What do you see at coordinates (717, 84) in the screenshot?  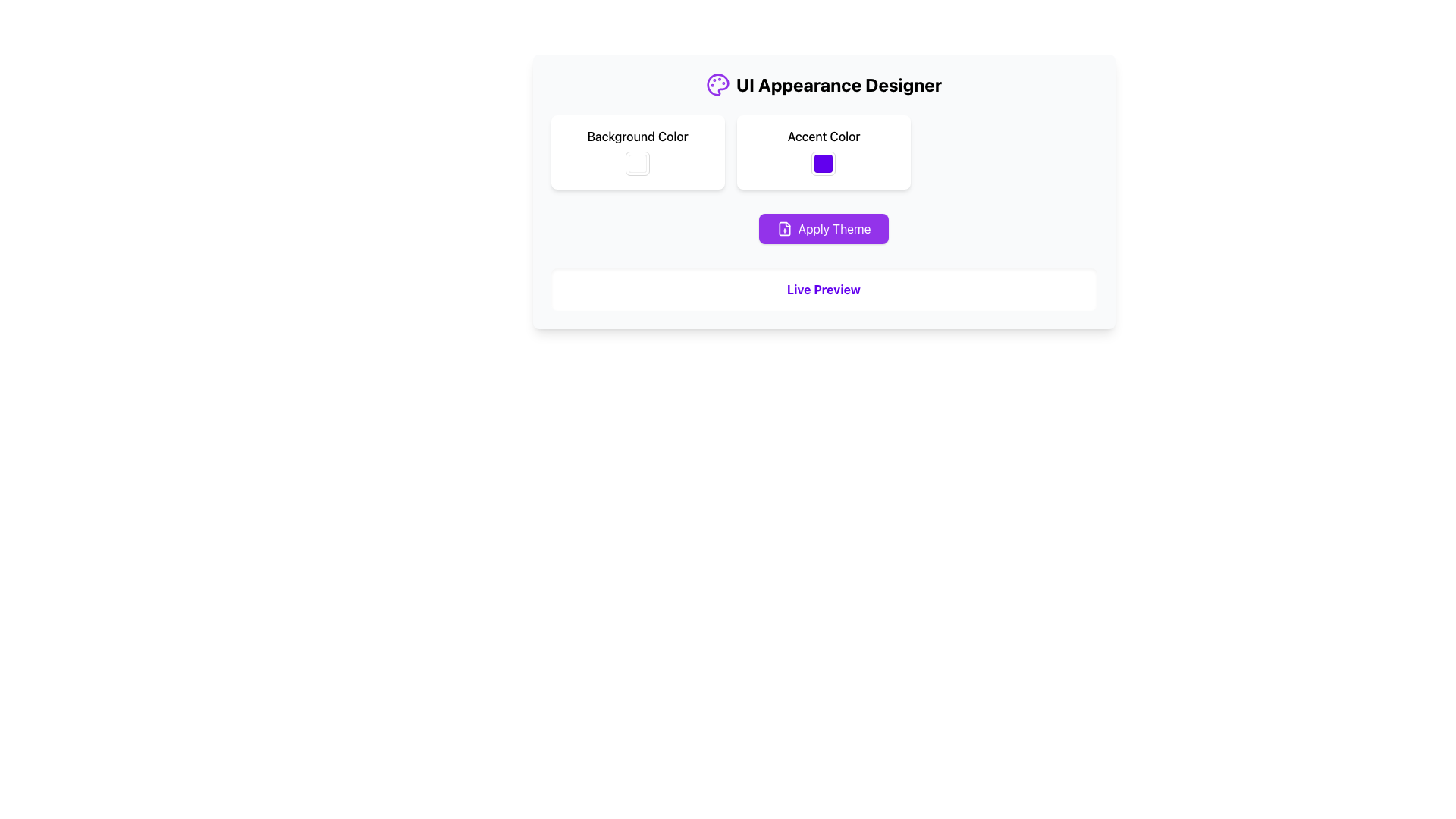 I see `the SVG palette icon with a purple outline, located to the left of the text 'UI Appearance Designer'` at bounding box center [717, 84].